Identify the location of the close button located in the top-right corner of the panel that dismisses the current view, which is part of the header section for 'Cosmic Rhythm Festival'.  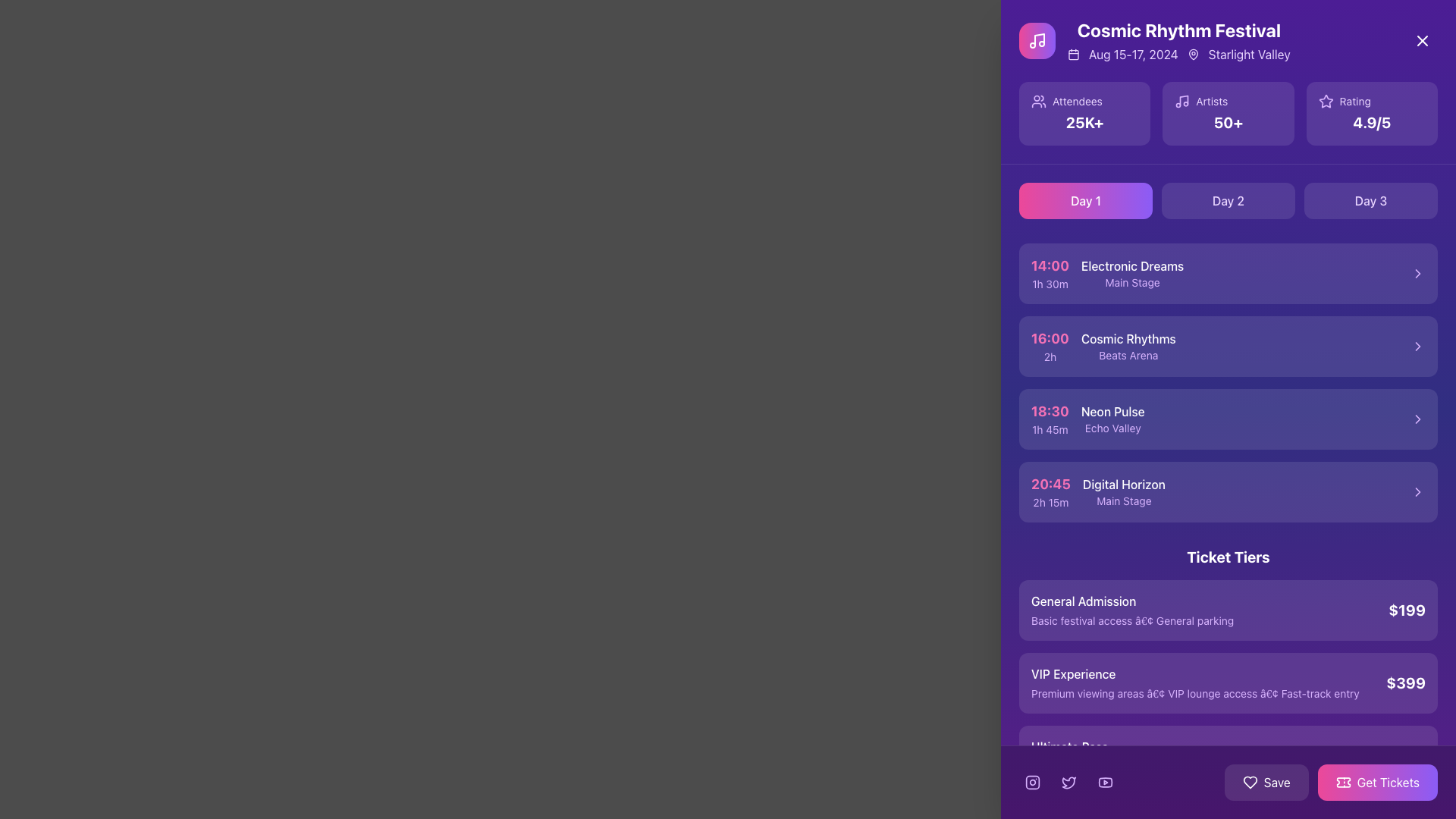
(1422, 40).